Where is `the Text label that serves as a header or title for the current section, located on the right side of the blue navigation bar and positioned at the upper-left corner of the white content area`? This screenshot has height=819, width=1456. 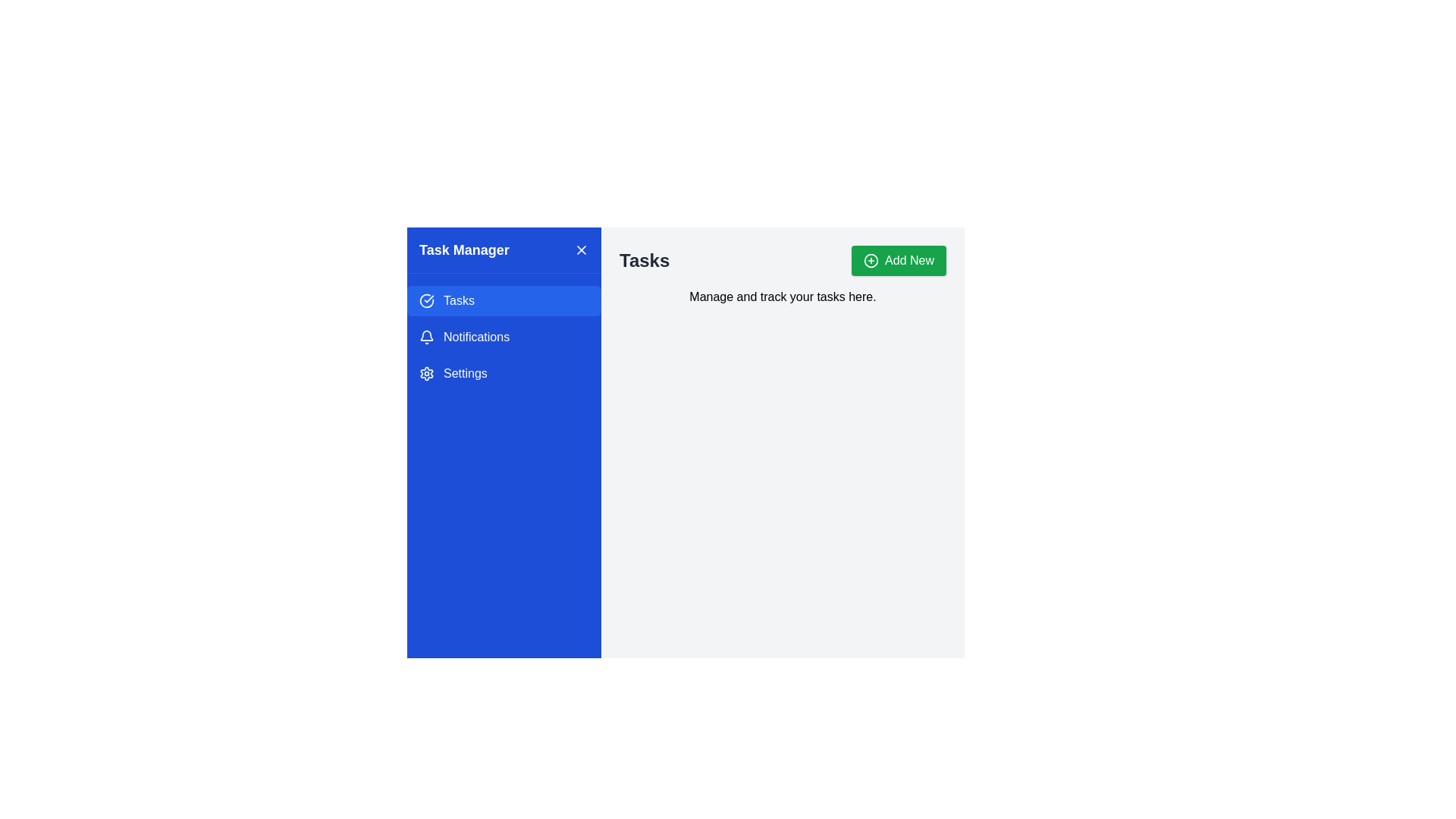 the Text label that serves as a header or title for the current section, located on the right side of the blue navigation bar and positioned at the upper-left corner of the white content area is located at coordinates (645, 259).